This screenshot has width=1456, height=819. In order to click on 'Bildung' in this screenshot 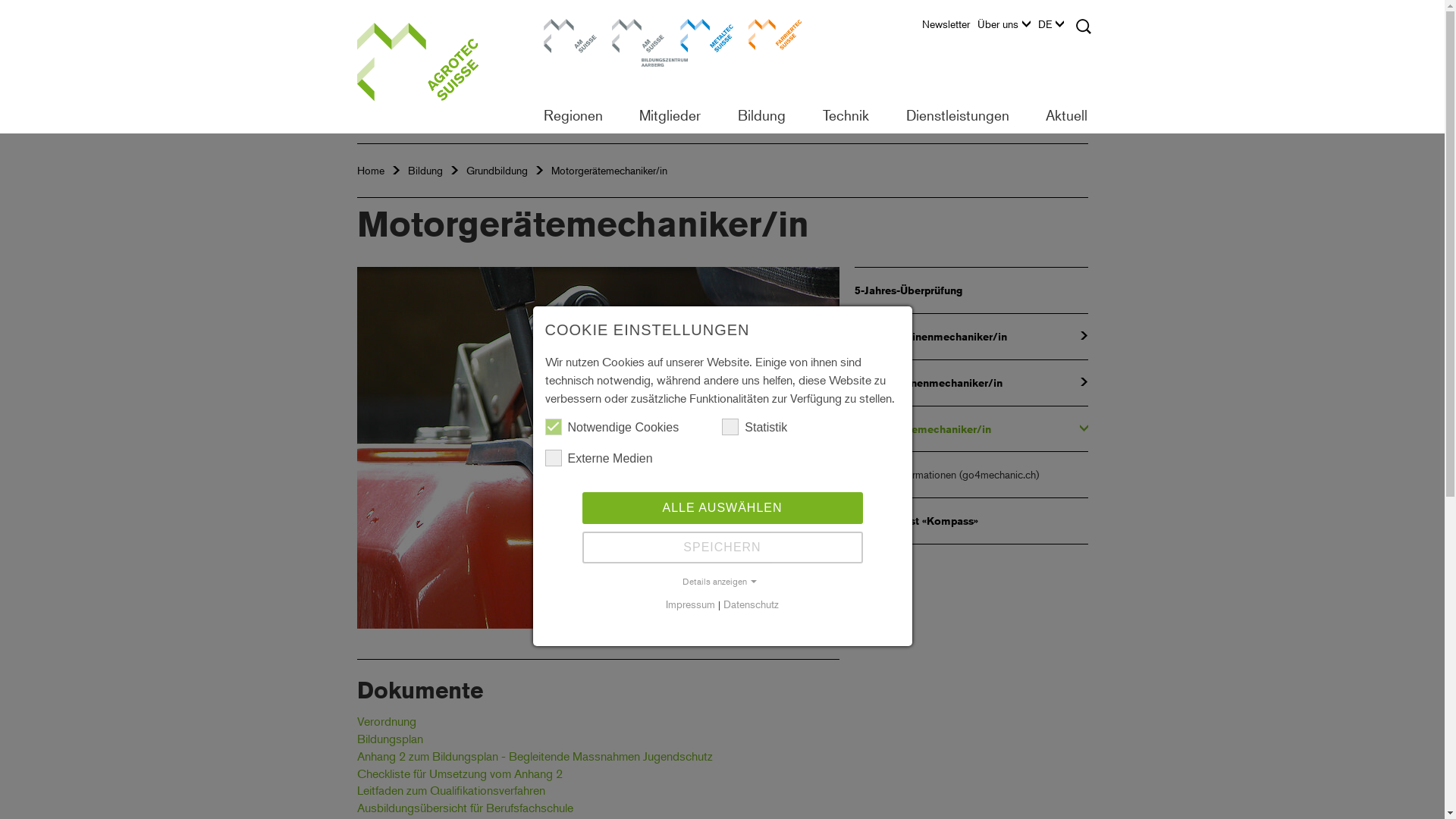, I will do `click(425, 170)`.